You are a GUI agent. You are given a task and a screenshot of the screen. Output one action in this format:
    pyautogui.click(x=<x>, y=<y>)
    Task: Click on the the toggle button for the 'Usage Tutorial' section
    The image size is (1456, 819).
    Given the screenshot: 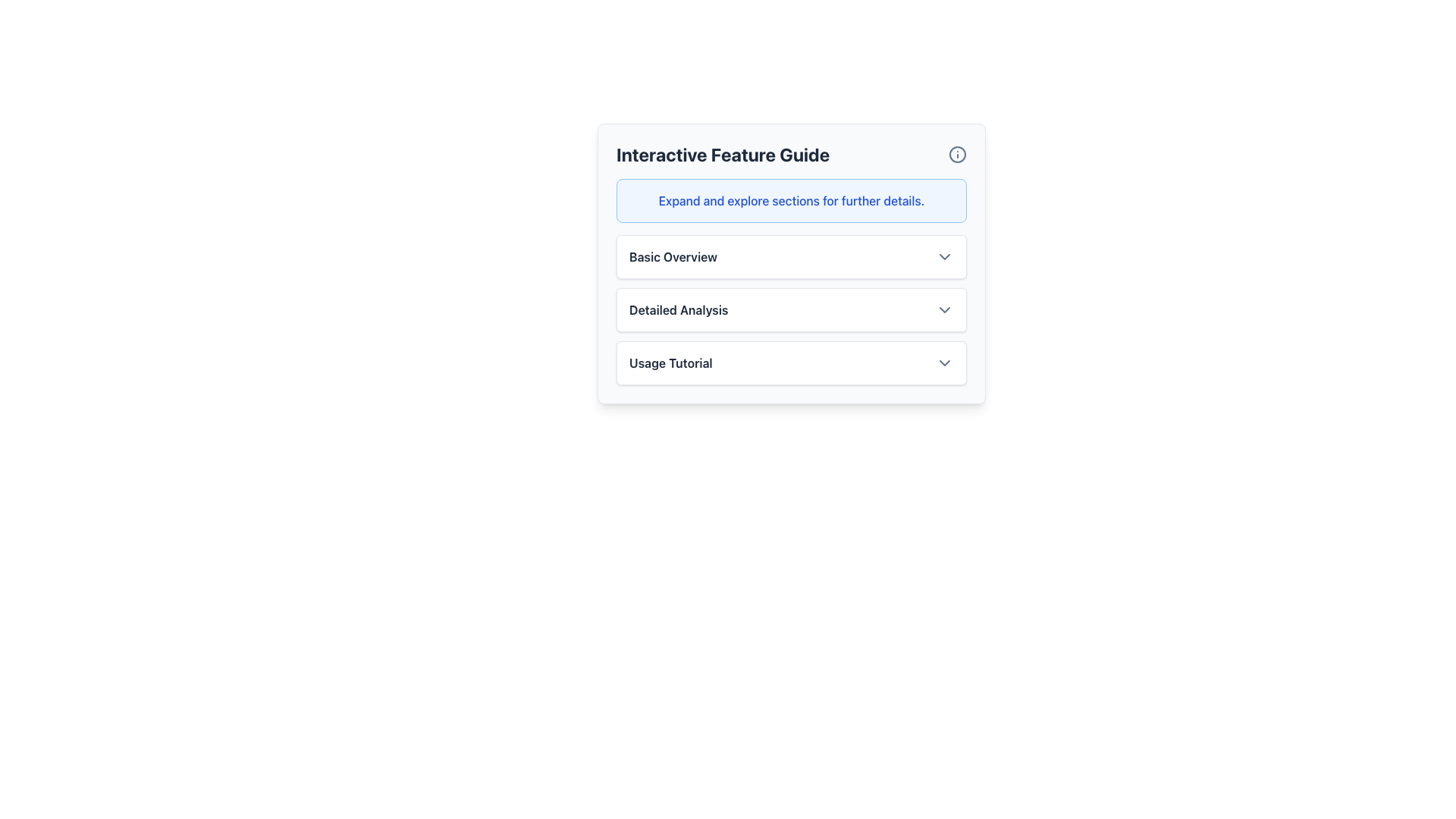 What is the action you would take?
    pyautogui.click(x=944, y=362)
    